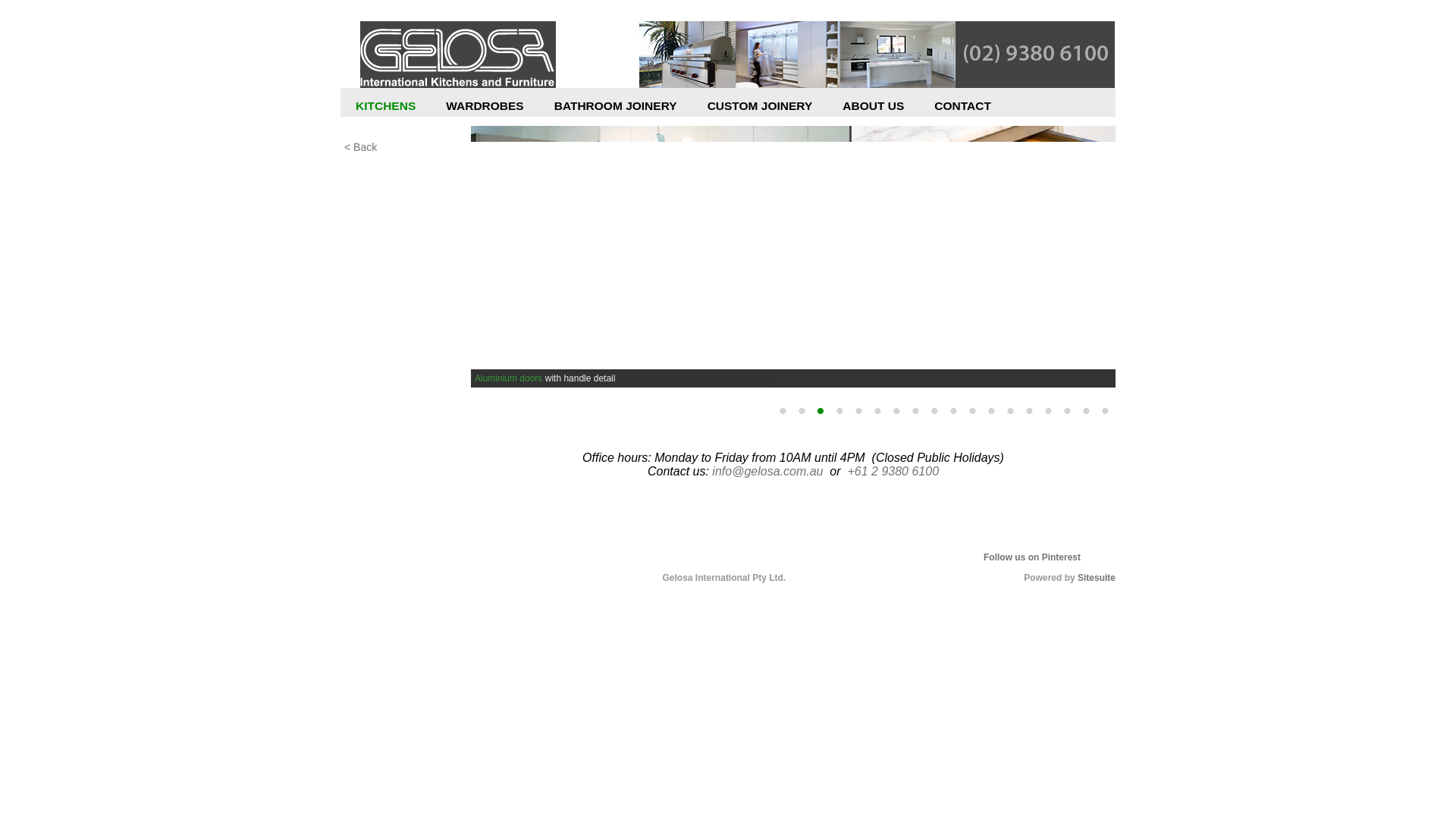 The height and width of the screenshot is (819, 1456). I want to click on '8', so click(914, 411).